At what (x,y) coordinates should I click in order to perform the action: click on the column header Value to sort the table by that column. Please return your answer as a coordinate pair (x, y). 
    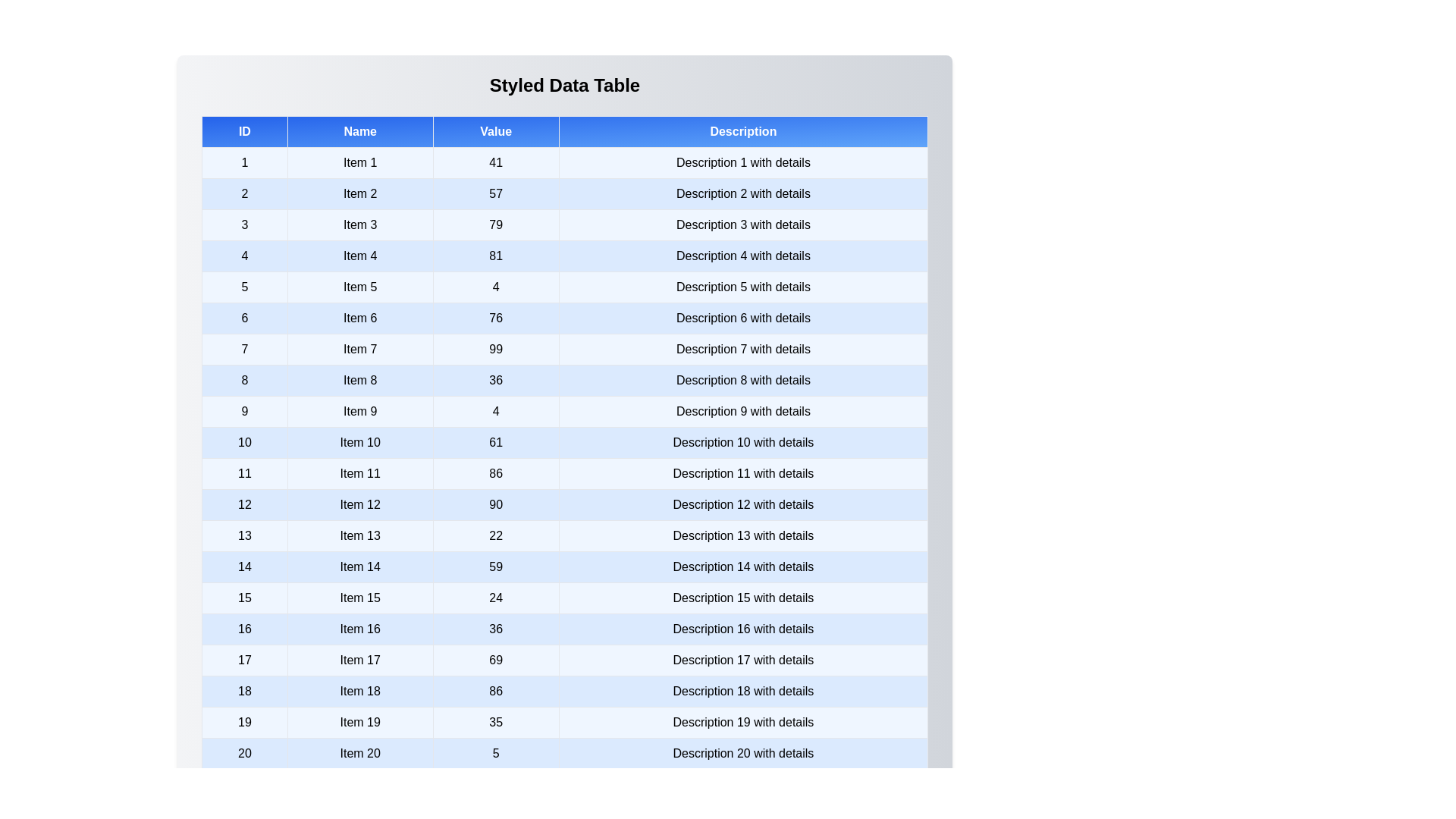
    Looking at the image, I should click on (496, 130).